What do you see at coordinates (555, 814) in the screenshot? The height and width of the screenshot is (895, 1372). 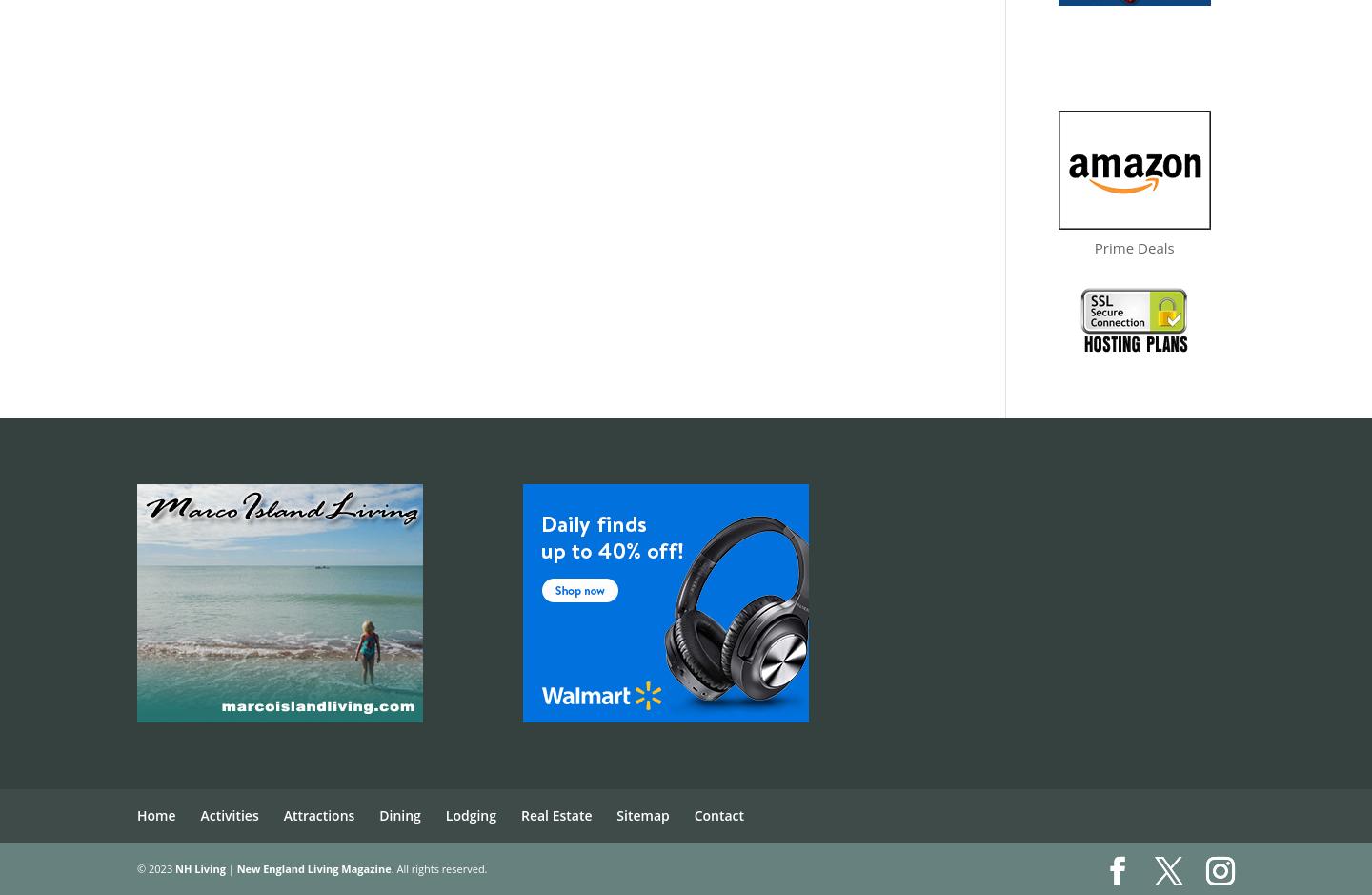 I see `'Real Estate'` at bounding box center [555, 814].